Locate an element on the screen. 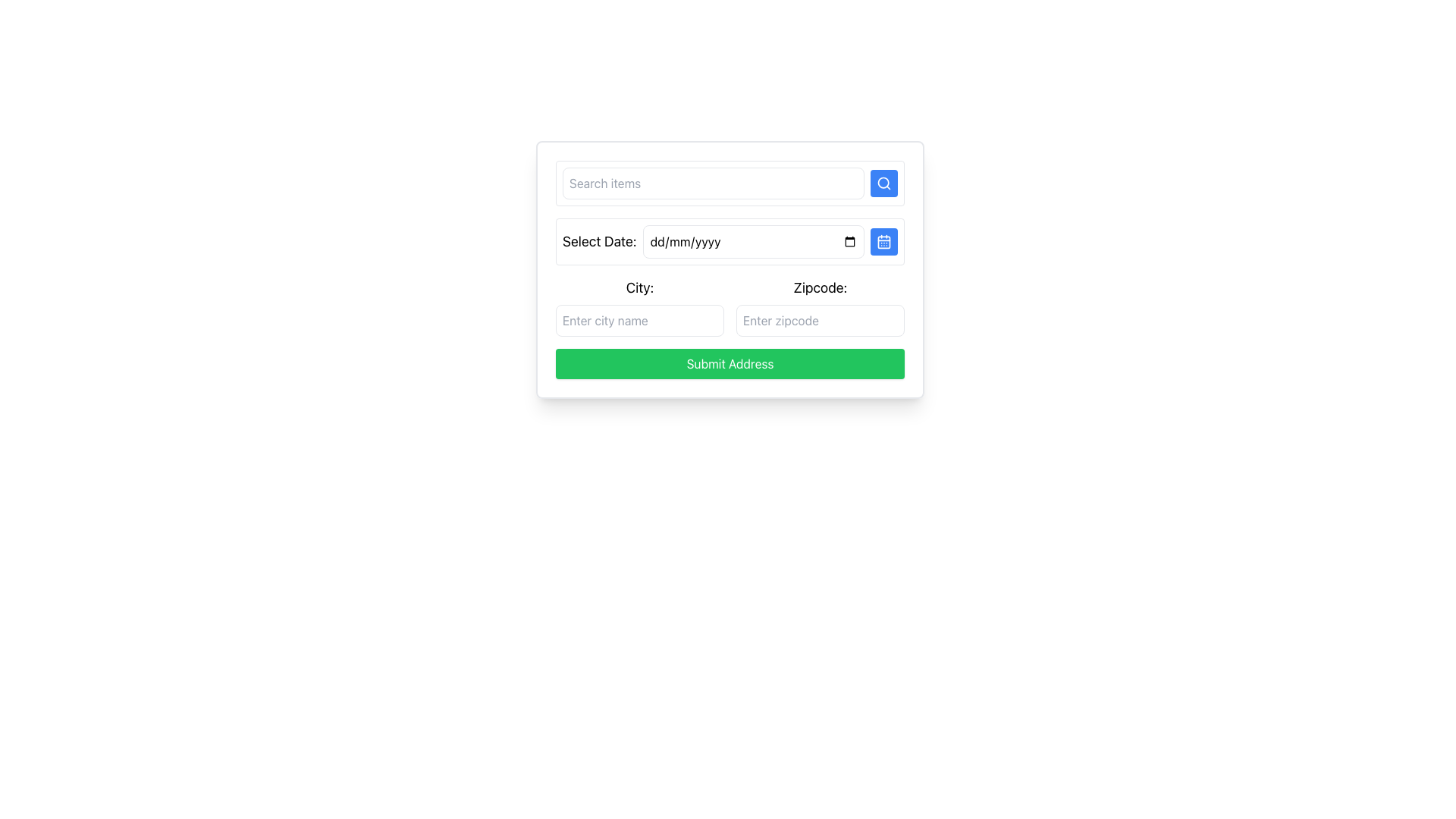  the bolded text label that says 'Select Date:' located to the left of the date input field is located at coordinates (598, 241).